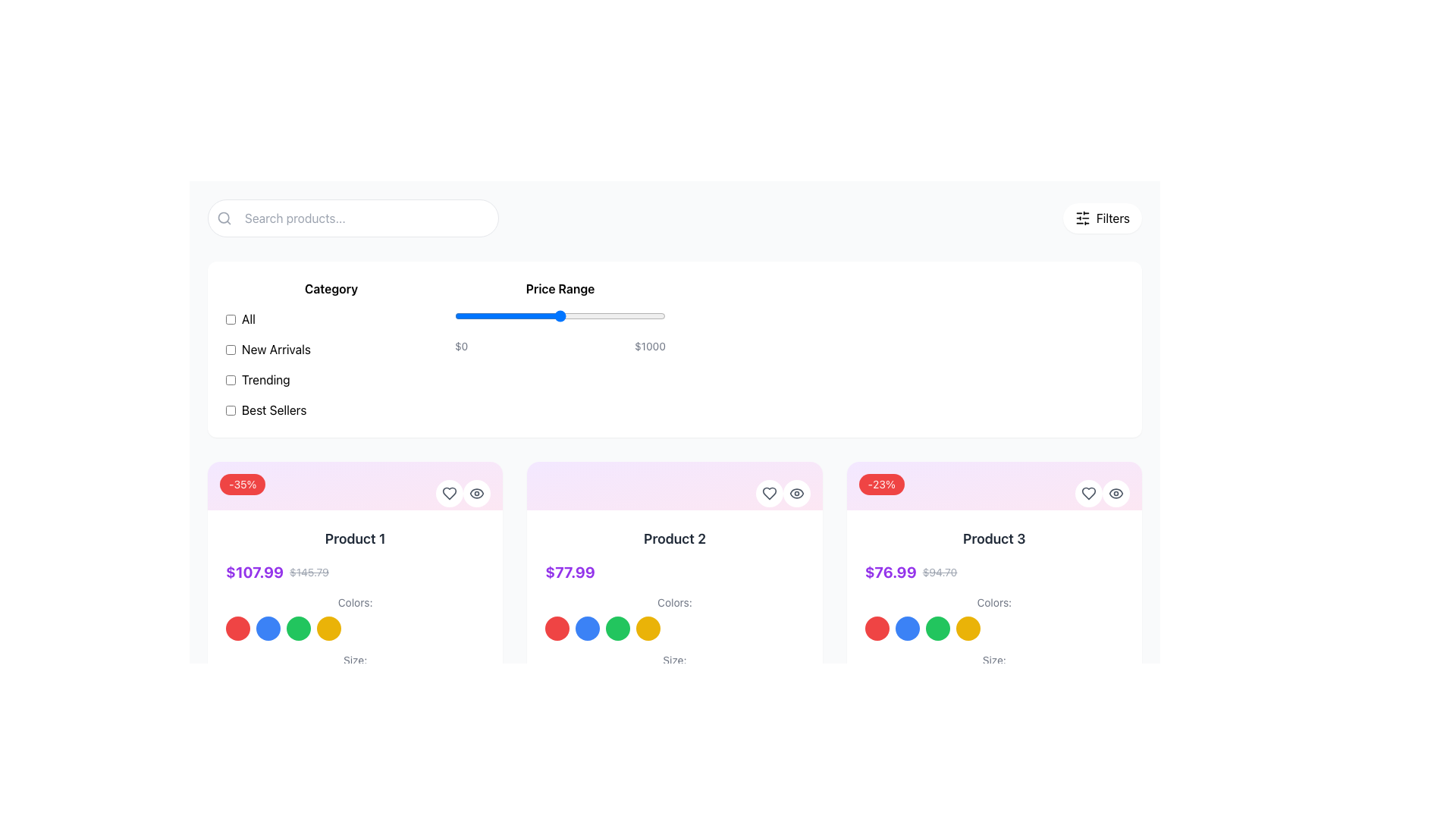 The width and height of the screenshot is (1456, 819). Describe the element at coordinates (994, 573) in the screenshot. I see `prices displayed for 'Product 3' in the price display component located in the product information section, which is positioned below the product name and above the color options` at that location.